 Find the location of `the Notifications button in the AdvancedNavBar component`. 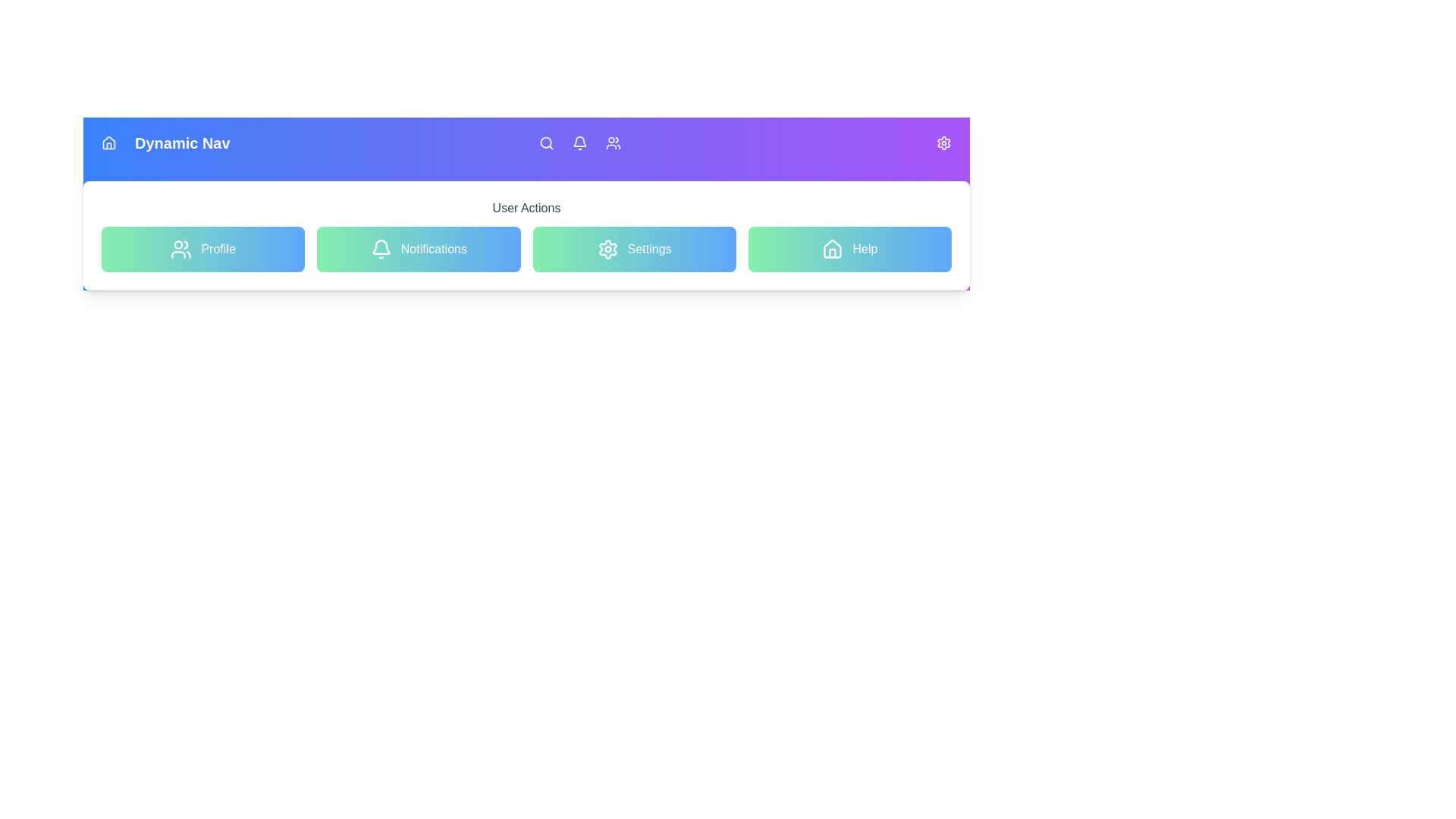

the Notifications button in the AdvancedNavBar component is located at coordinates (419, 248).